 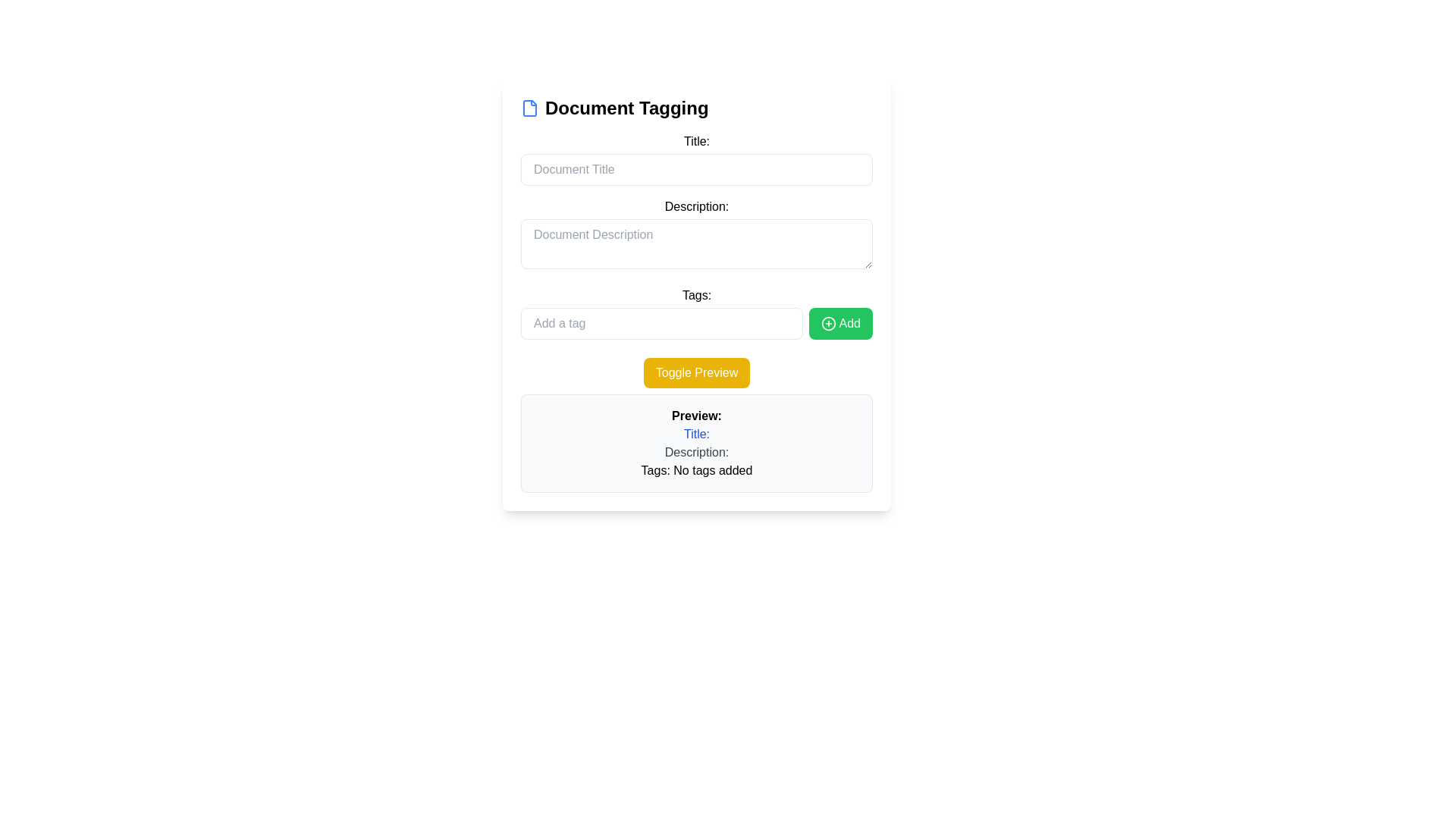 I want to click on the title input field by using tab navigation, which is the first input field directly below the 'Title:' label in the form layout, so click(x=695, y=169).